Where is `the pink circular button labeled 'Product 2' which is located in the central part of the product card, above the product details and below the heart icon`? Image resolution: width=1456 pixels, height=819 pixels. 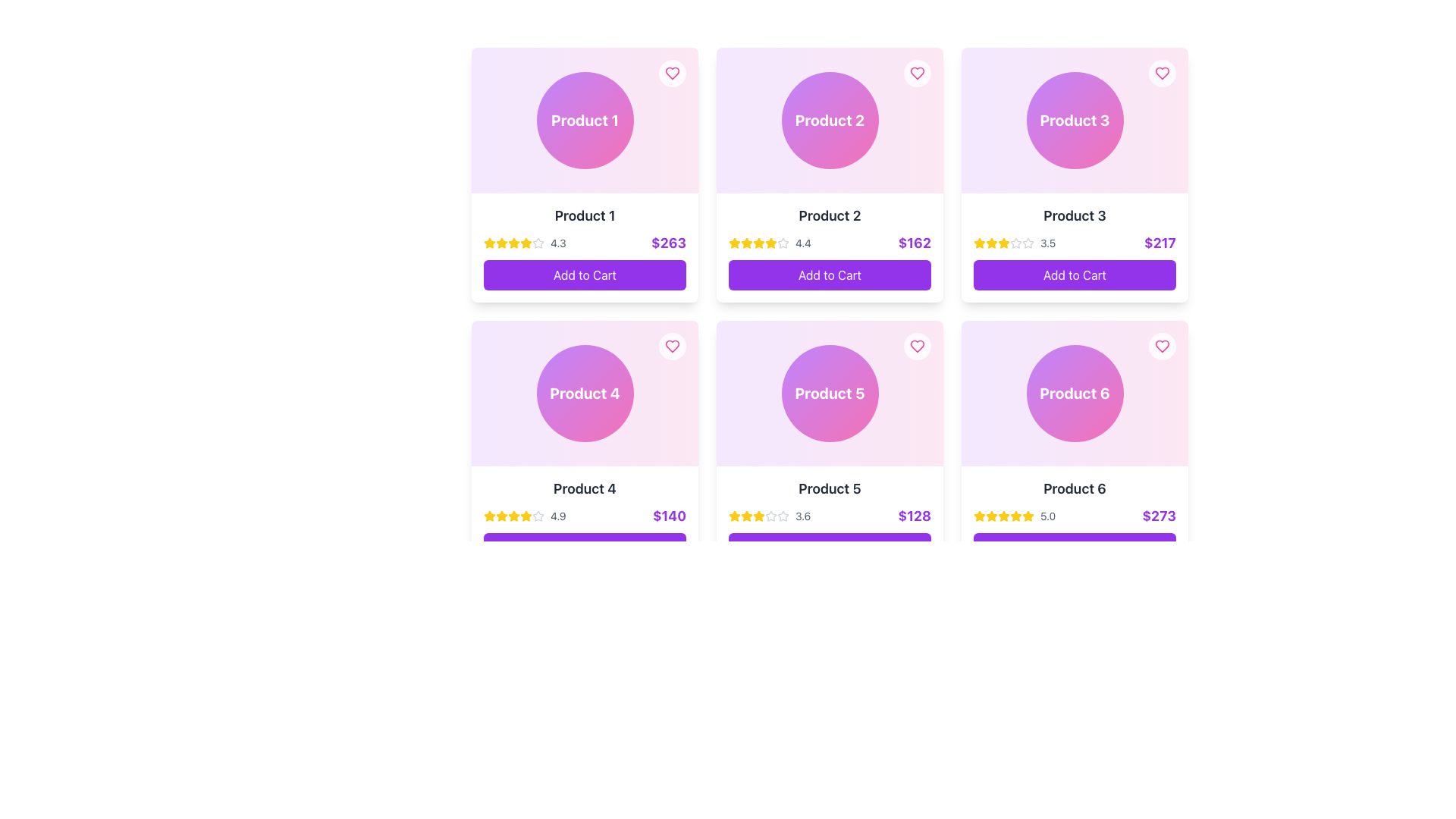
the pink circular button labeled 'Product 2' which is located in the central part of the product card, above the product details and below the heart icon is located at coordinates (829, 119).